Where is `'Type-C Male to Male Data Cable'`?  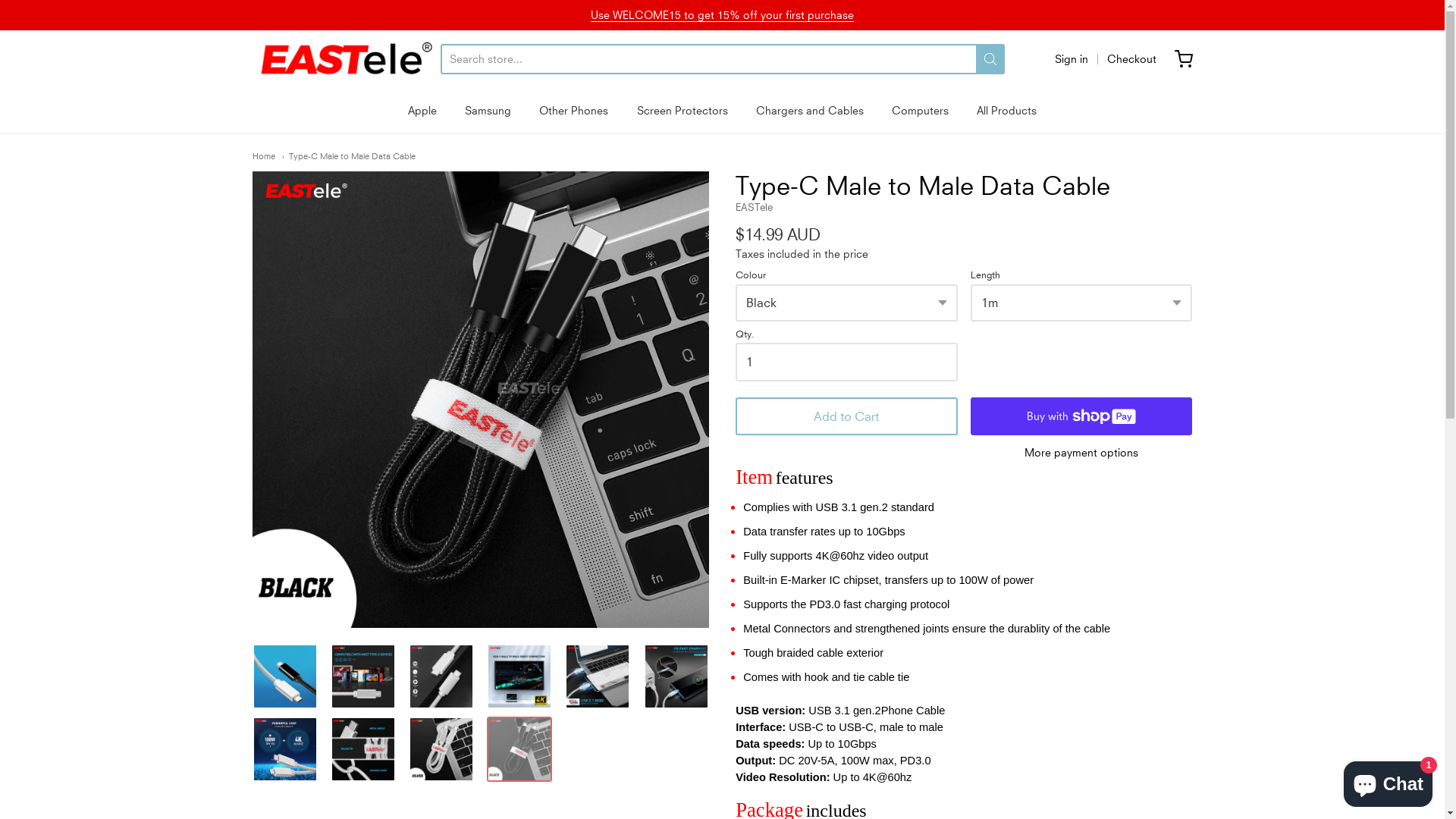
'Type-C Male to Male Data Cable' is located at coordinates (440, 748).